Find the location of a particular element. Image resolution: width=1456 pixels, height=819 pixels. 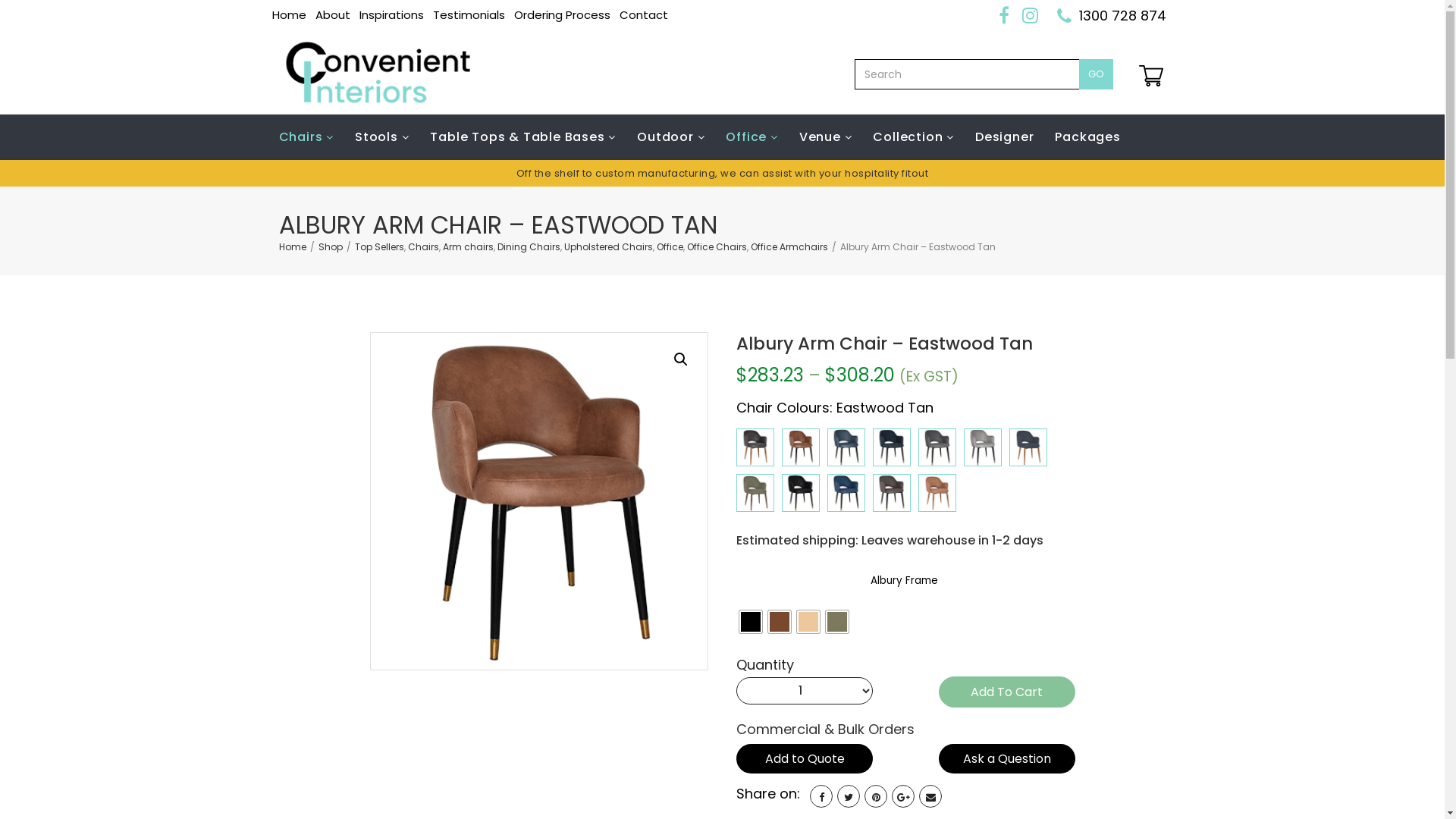

'Venue' is located at coordinates (825, 137).